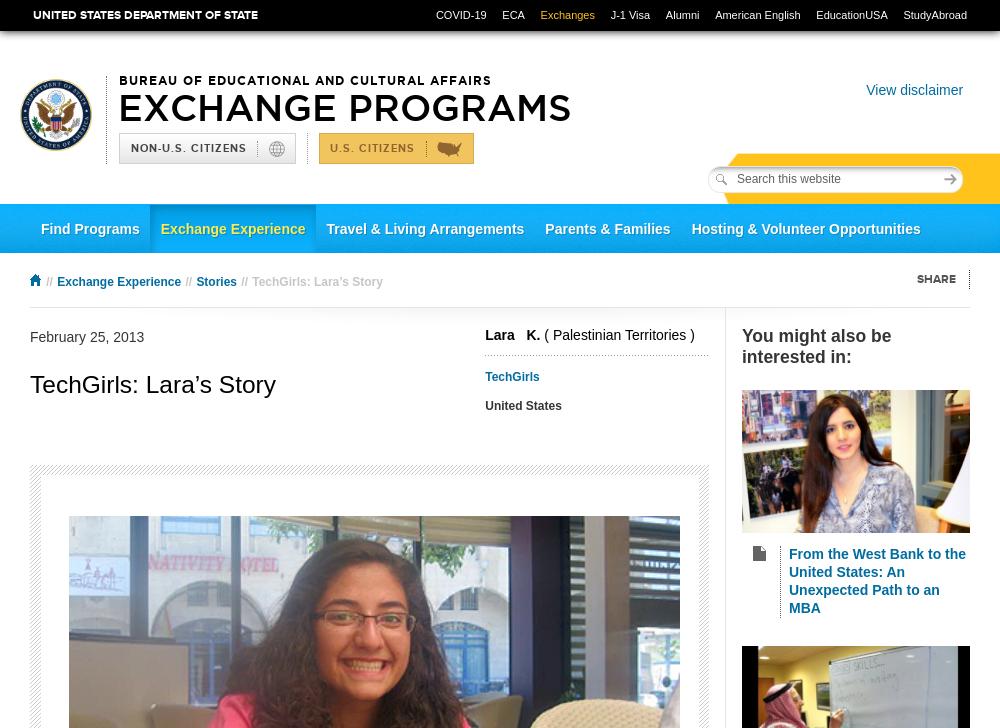 This screenshot has width=1000, height=728. Describe the element at coordinates (130, 148) in the screenshot. I see `'Non-U.S. Citizens'` at that location.